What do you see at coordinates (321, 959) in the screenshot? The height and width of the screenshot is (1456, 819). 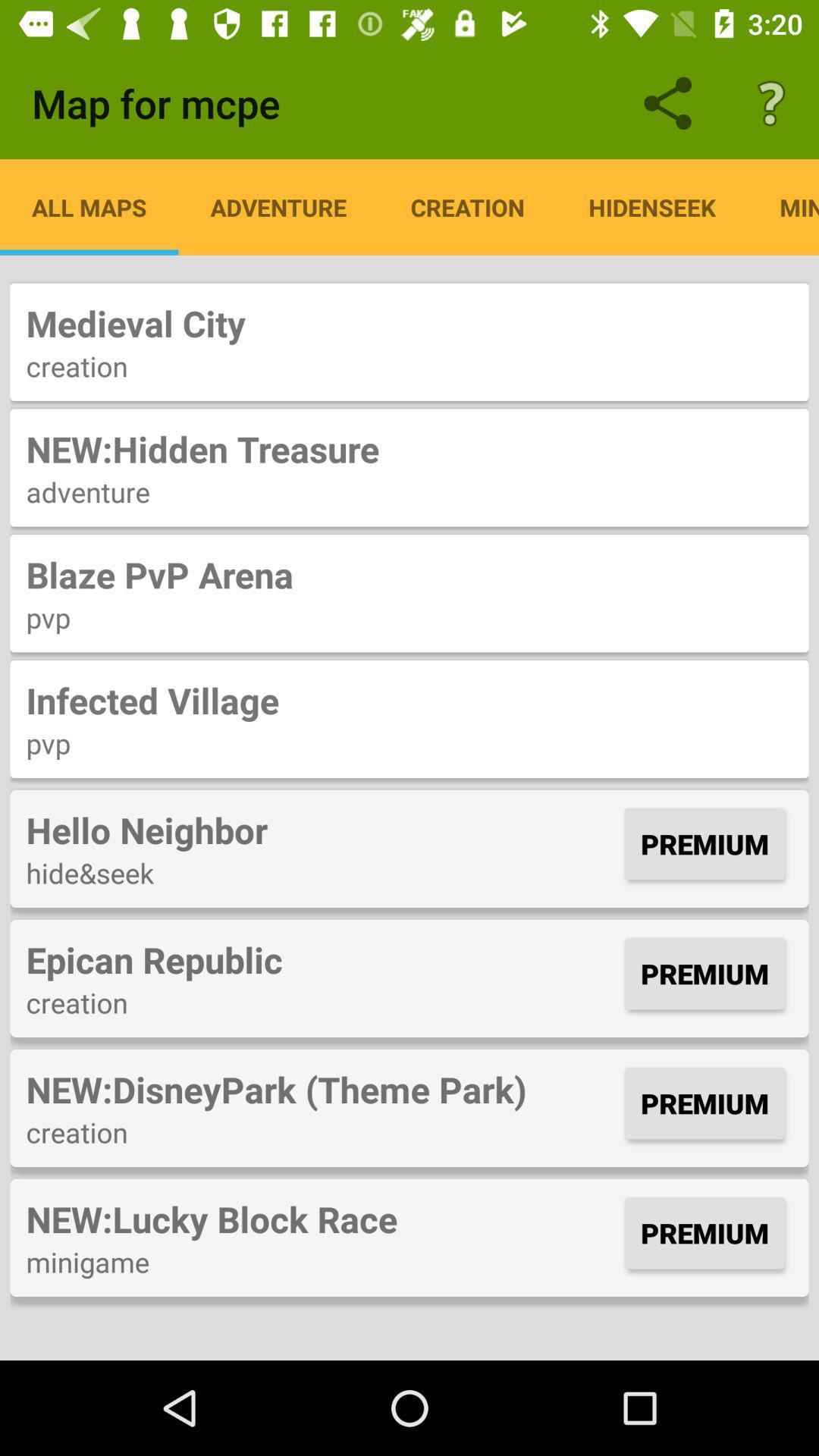 I see `icon below hide&seek item` at bounding box center [321, 959].